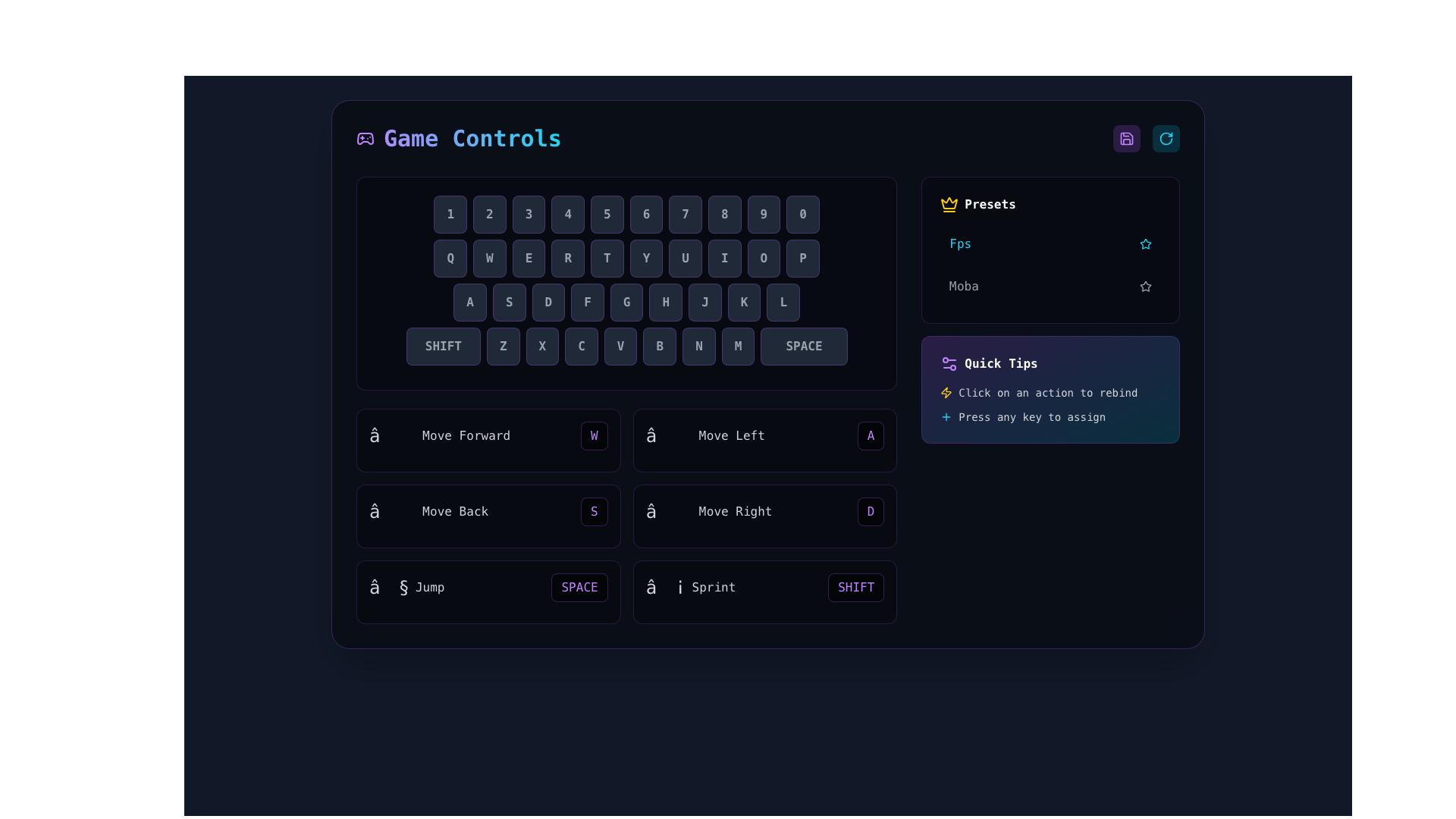 The height and width of the screenshot is (819, 1456). Describe the element at coordinates (548, 302) in the screenshot. I see `the square button with rounded corners displaying the letter 'D' in a bold typeface, located in the virtual keyboard layout, third from the left in its row` at that location.